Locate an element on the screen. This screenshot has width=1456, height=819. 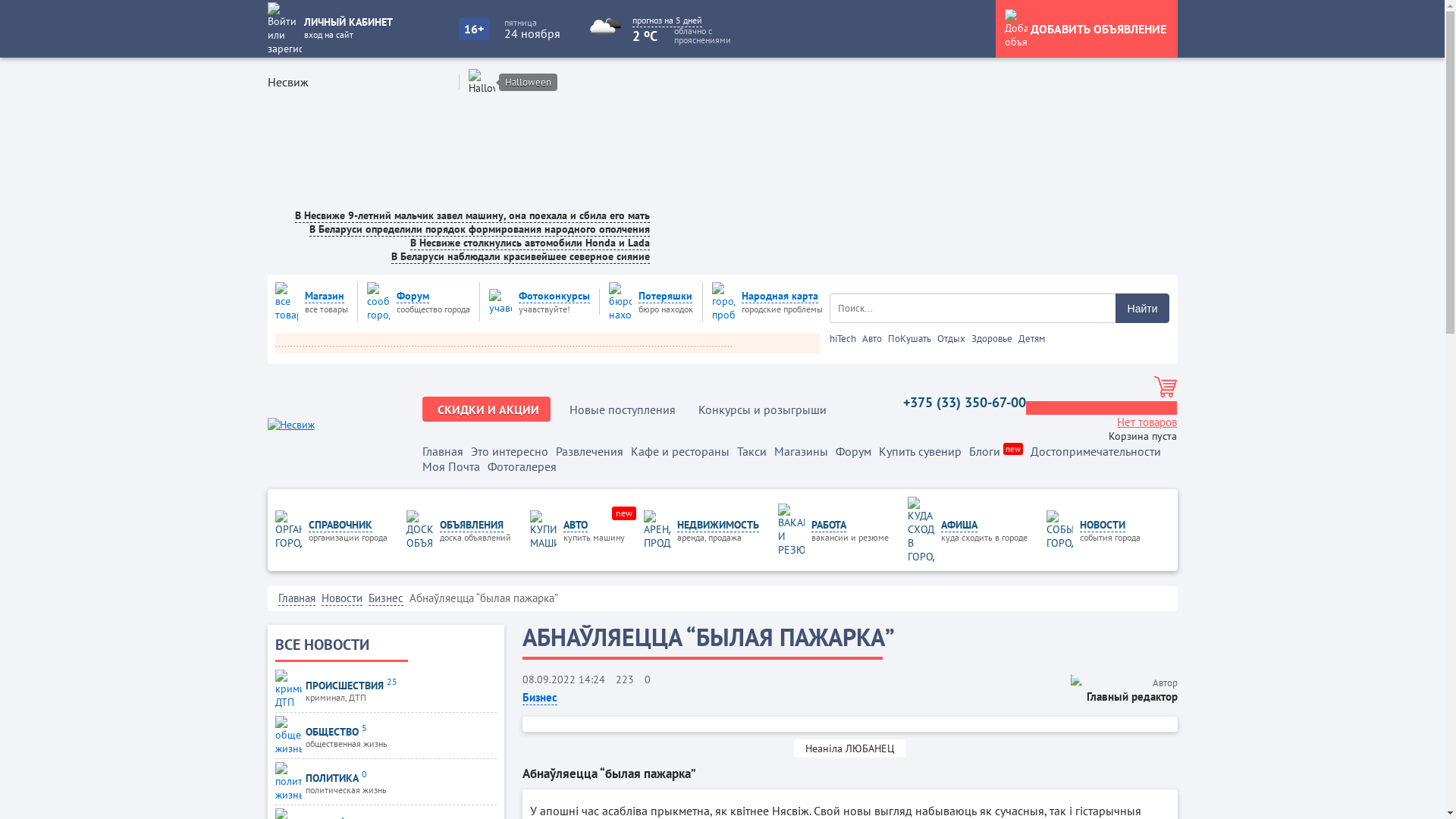
'Halloween' is located at coordinates (498, 81).